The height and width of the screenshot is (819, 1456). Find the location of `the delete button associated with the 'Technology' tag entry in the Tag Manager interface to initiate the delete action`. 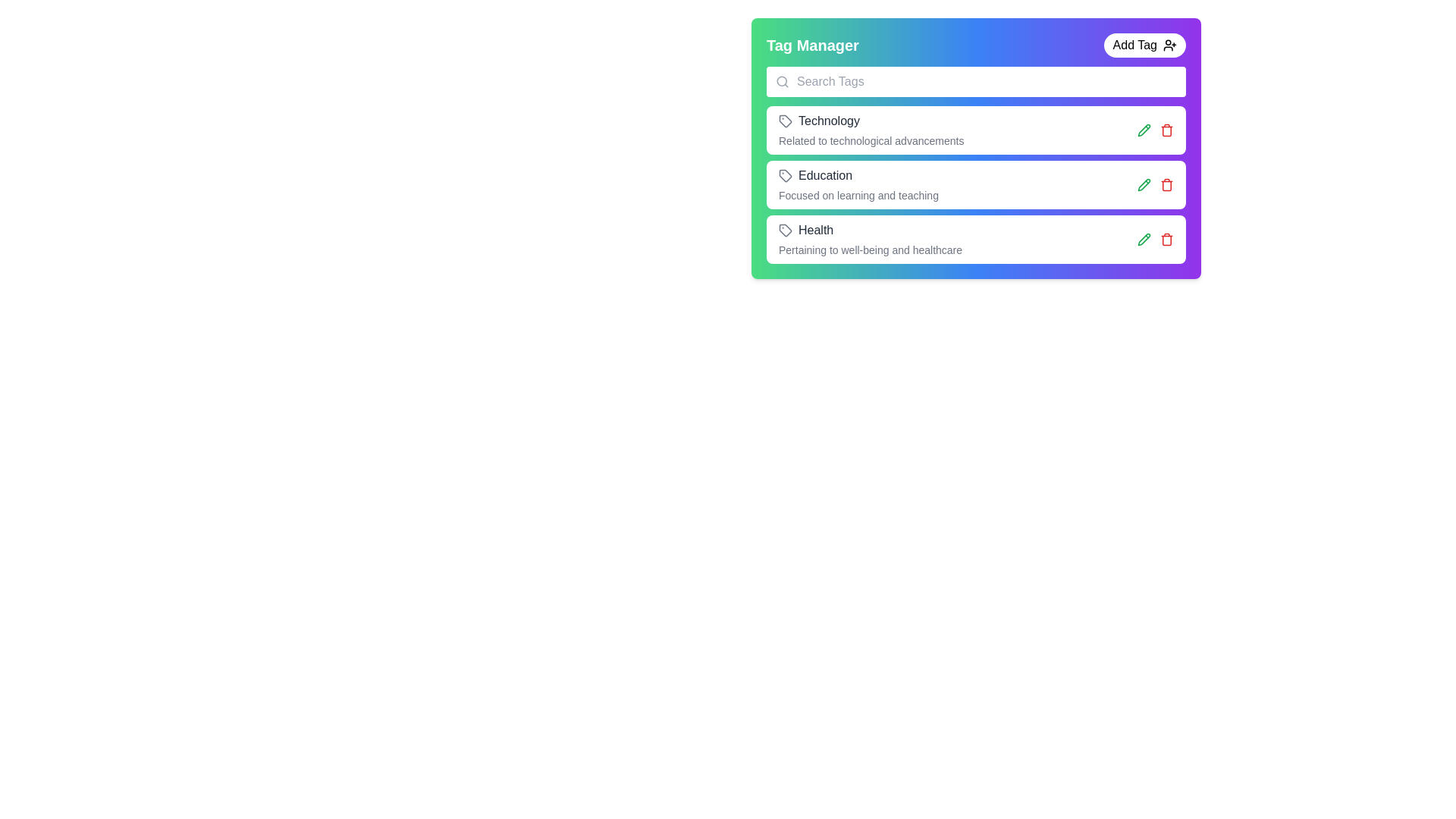

the delete button associated with the 'Technology' tag entry in the Tag Manager interface to initiate the delete action is located at coordinates (1166, 130).